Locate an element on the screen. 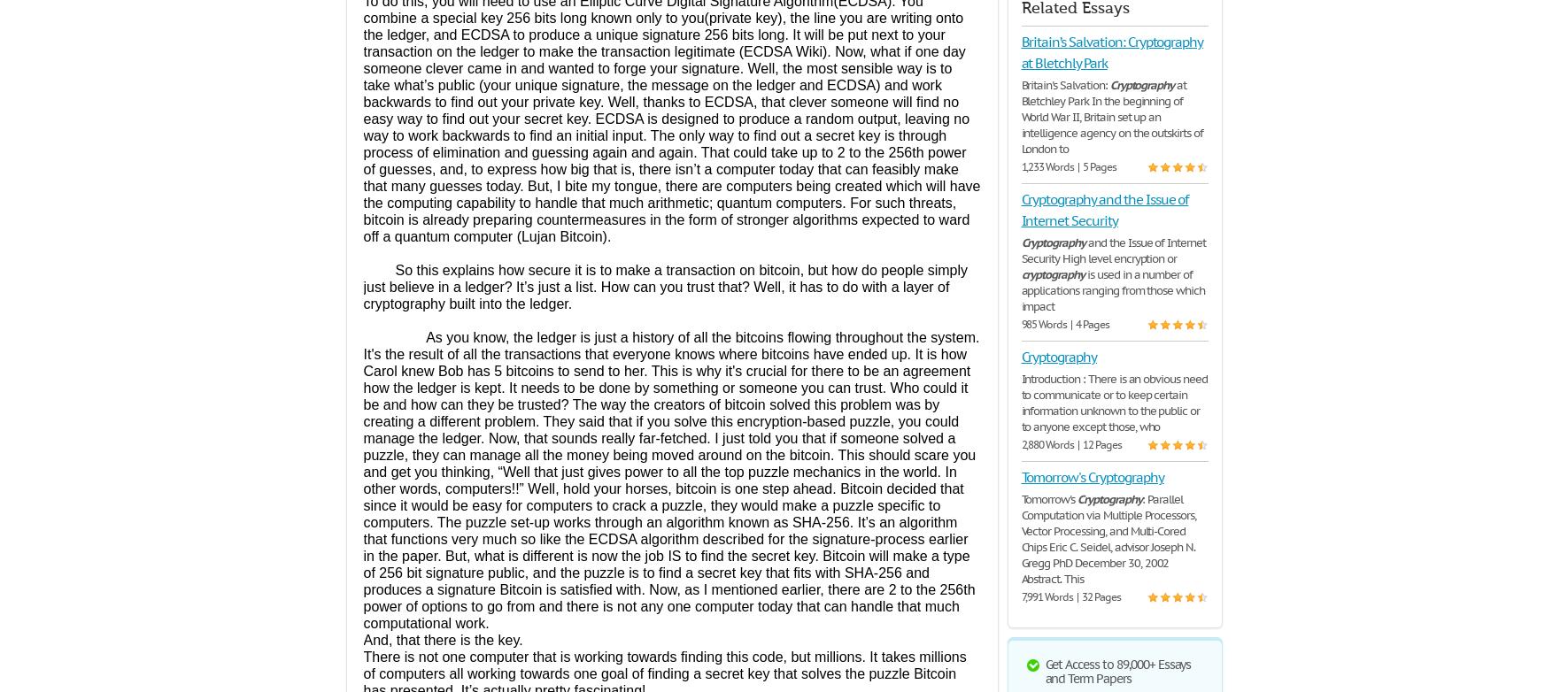 Image resolution: width=1568 pixels, height=692 pixels. 'at Bletchley Park In the beginning of World War II, Britain set up an intelligence agency on the outskirts of London to' is located at coordinates (1020, 117).